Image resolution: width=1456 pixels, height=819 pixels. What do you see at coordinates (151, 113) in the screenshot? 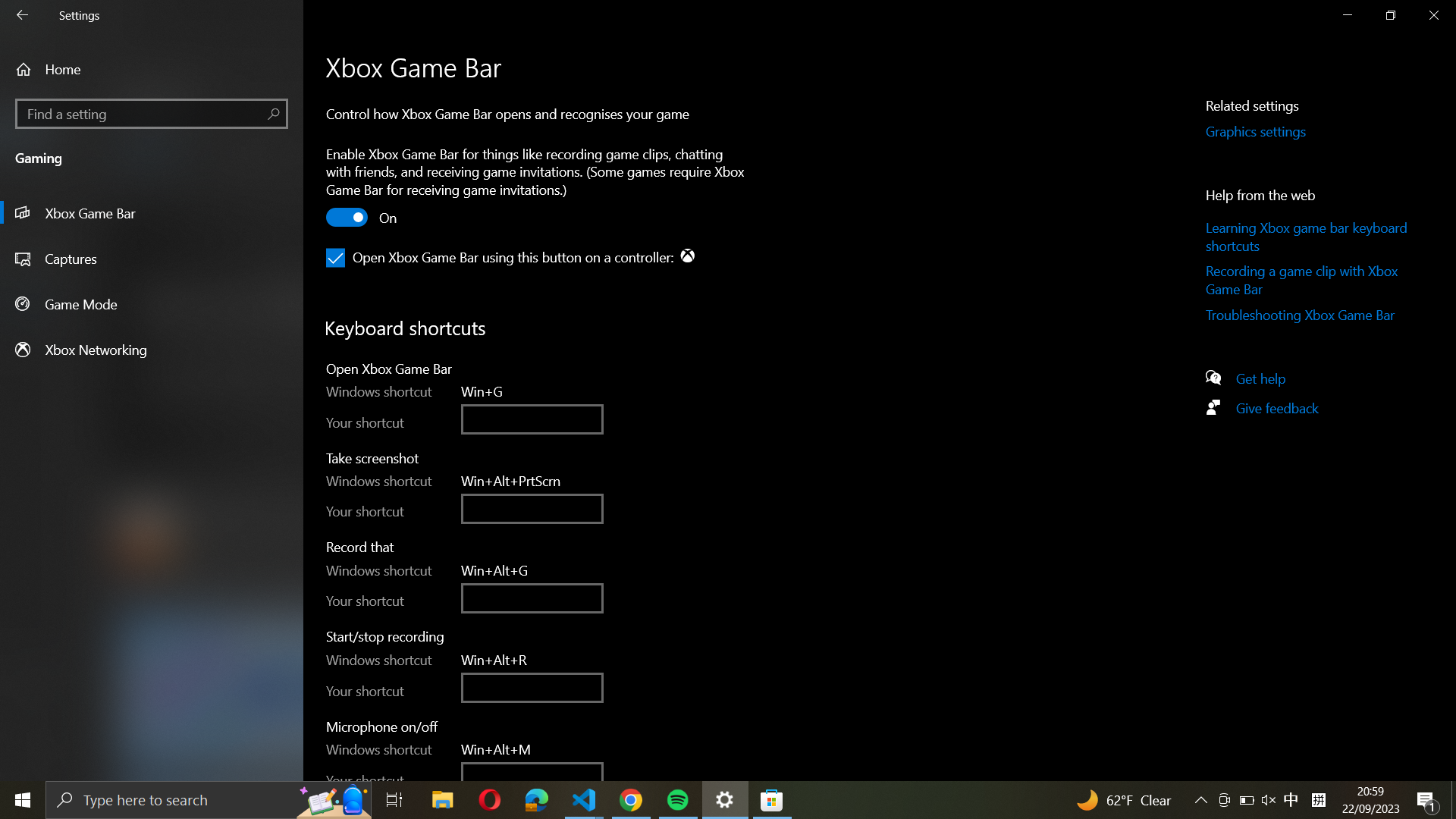
I see `the "Find a setting" page` at bounding box center [151, 113].